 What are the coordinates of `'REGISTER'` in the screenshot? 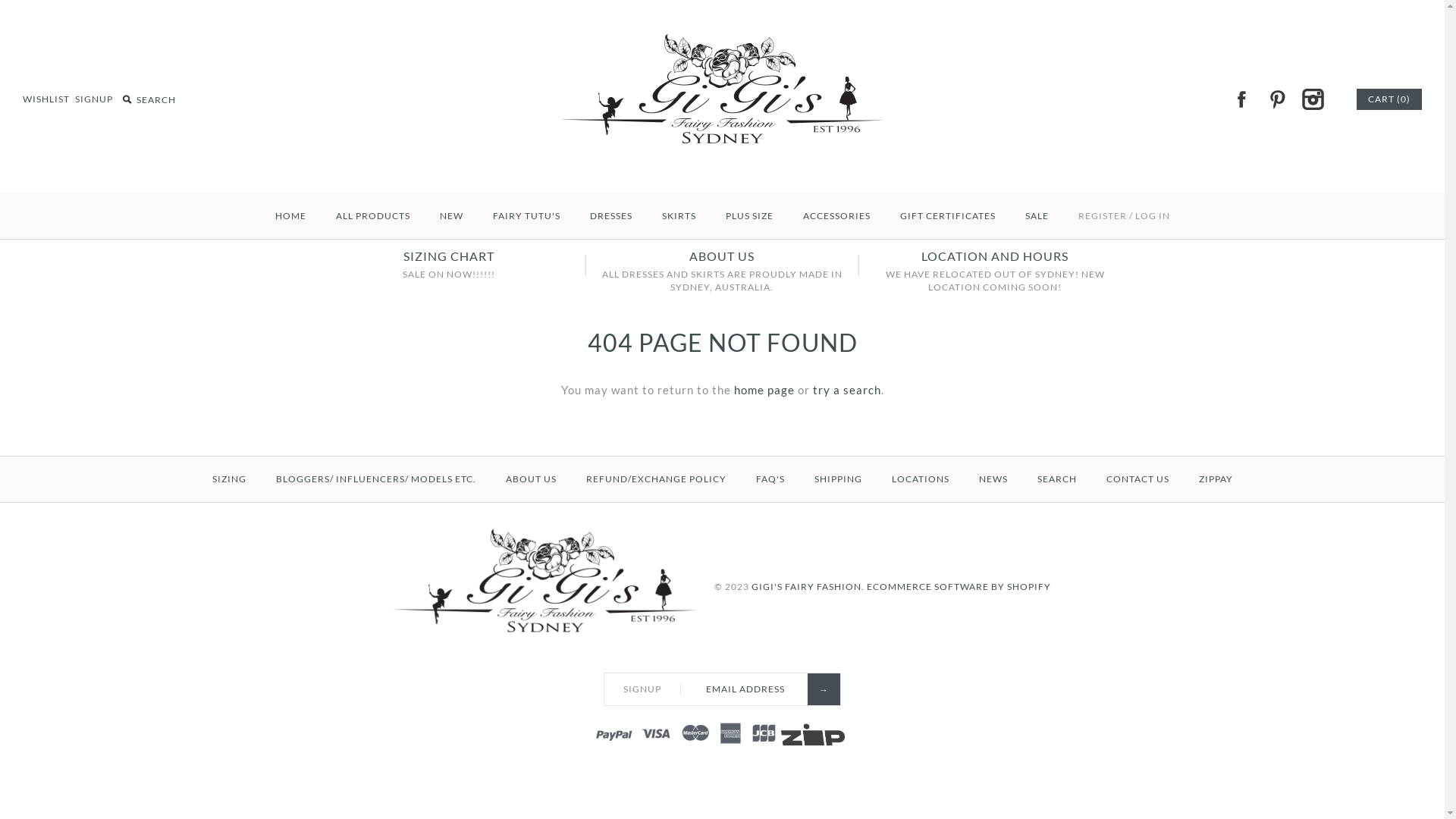 It's located at (1103, 216).